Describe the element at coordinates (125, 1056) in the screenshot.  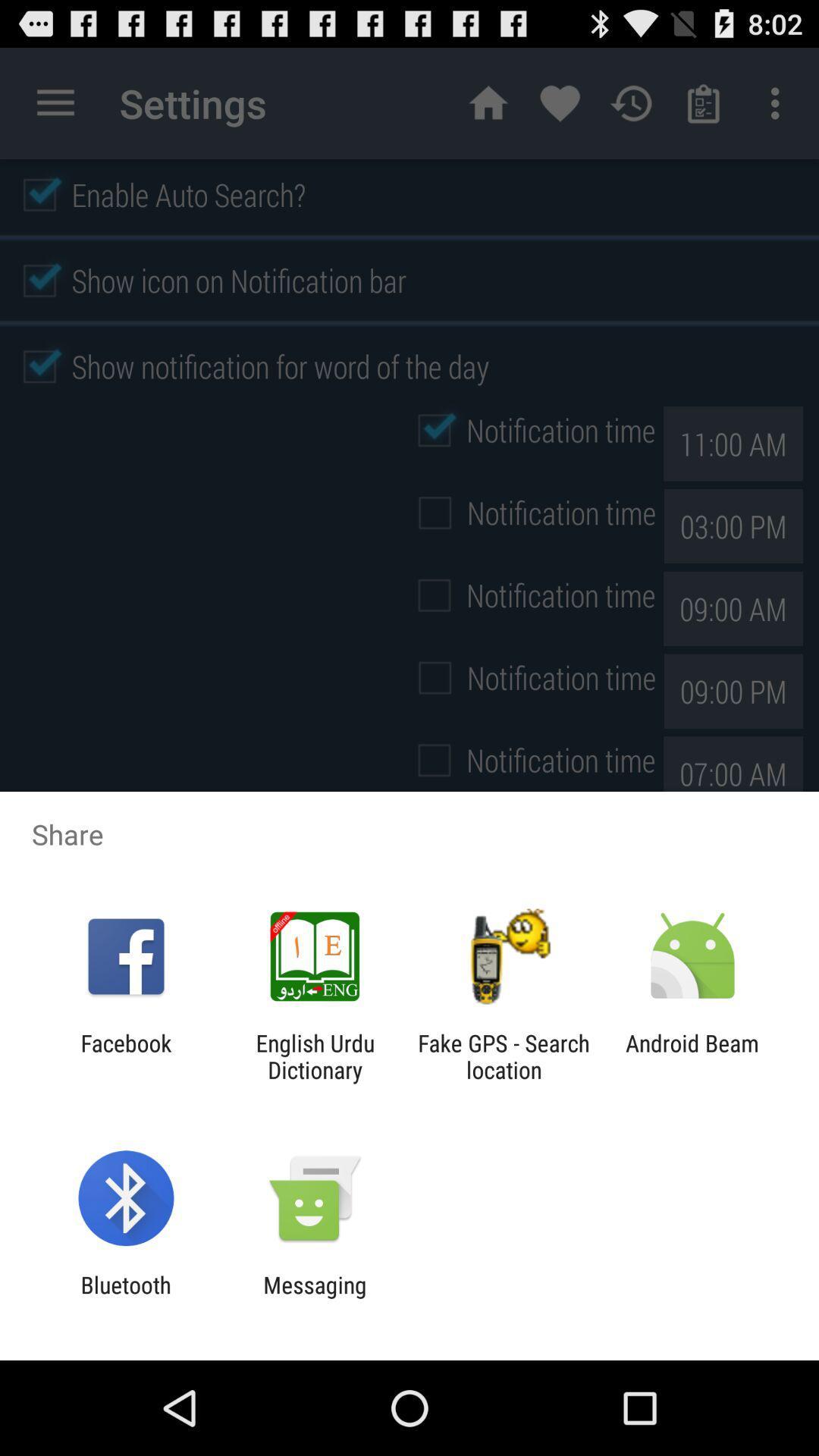
I see `the item next to english urdu dictionary app` at that location.